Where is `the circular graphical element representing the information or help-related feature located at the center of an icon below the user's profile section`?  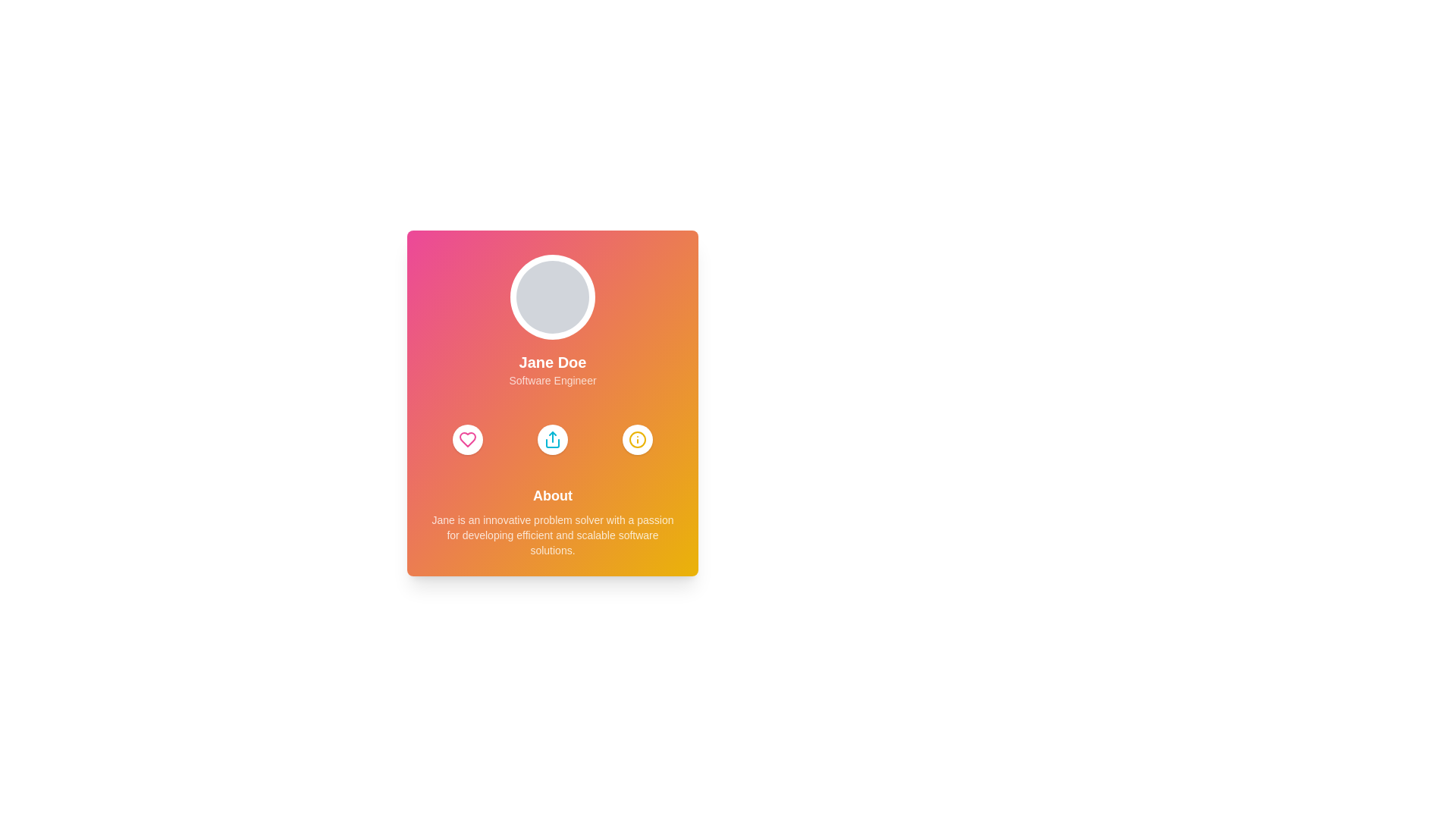
the circular graphical element representing the information or help-related feature located at the center of an icon below the user's profile section is located at coordinates (637, 439).